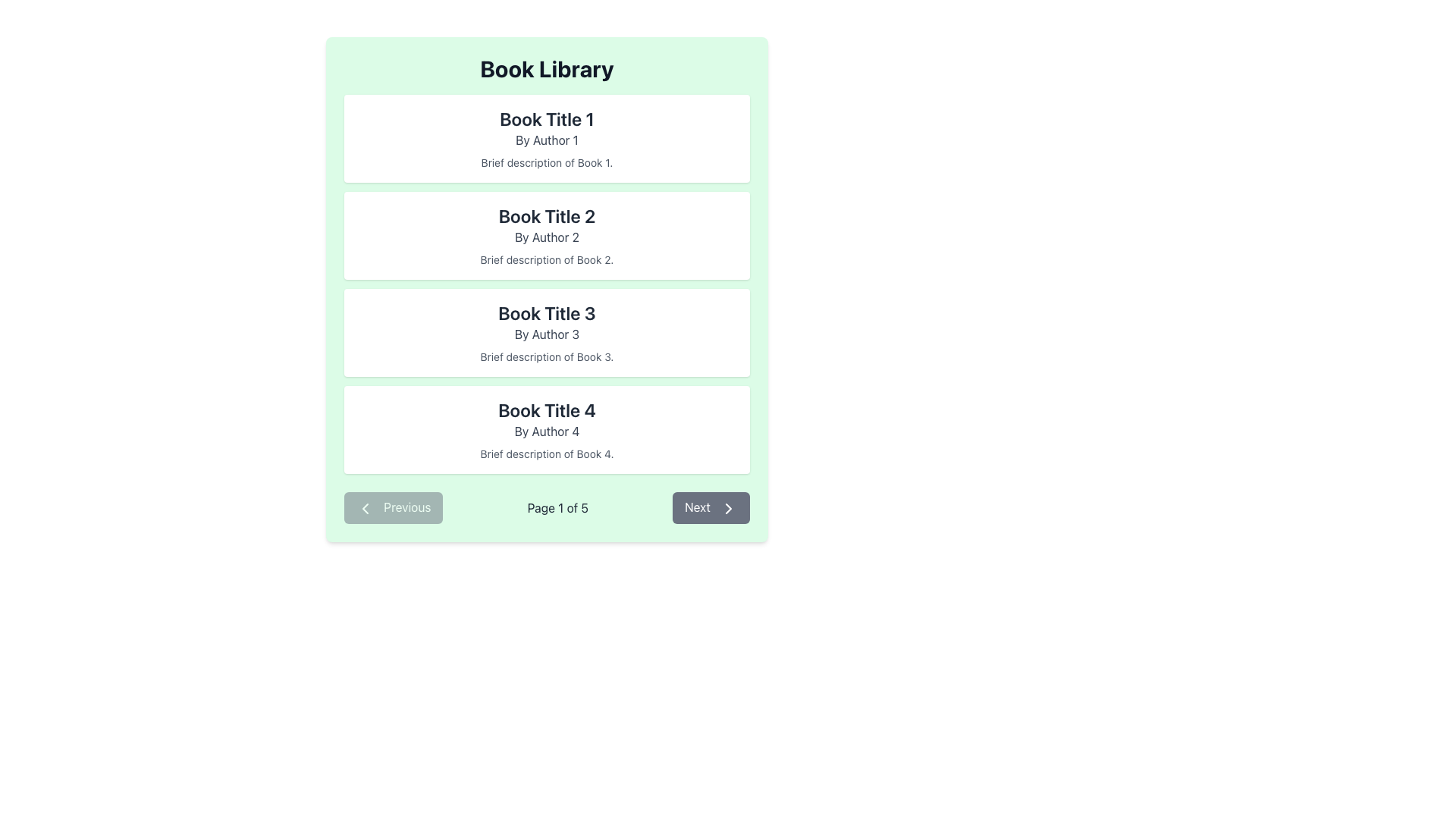 The image size is (1456, 819). Describe the element at coordinates (557, 507) in the screenshot. I see `the pagination feedback text label located centrally between the 'Previous' and 'Next' buttons, which indicates the current page and total number of pages` at that location.